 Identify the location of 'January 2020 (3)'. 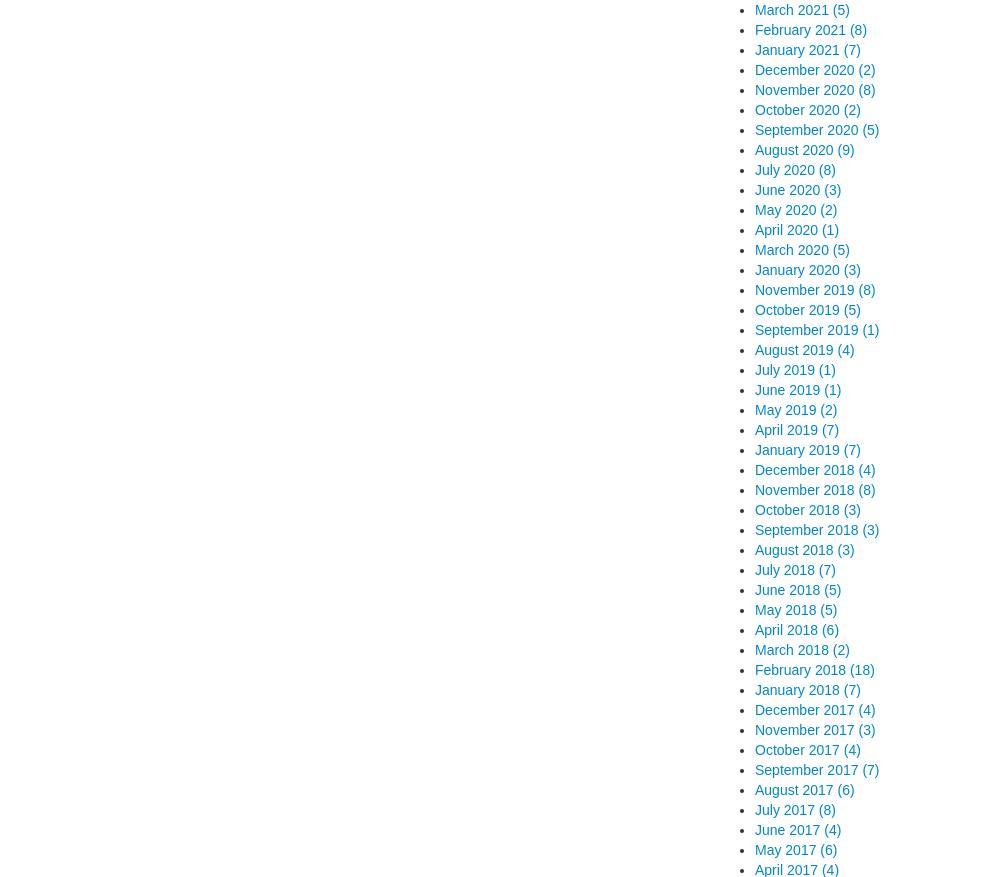
(807, 270).